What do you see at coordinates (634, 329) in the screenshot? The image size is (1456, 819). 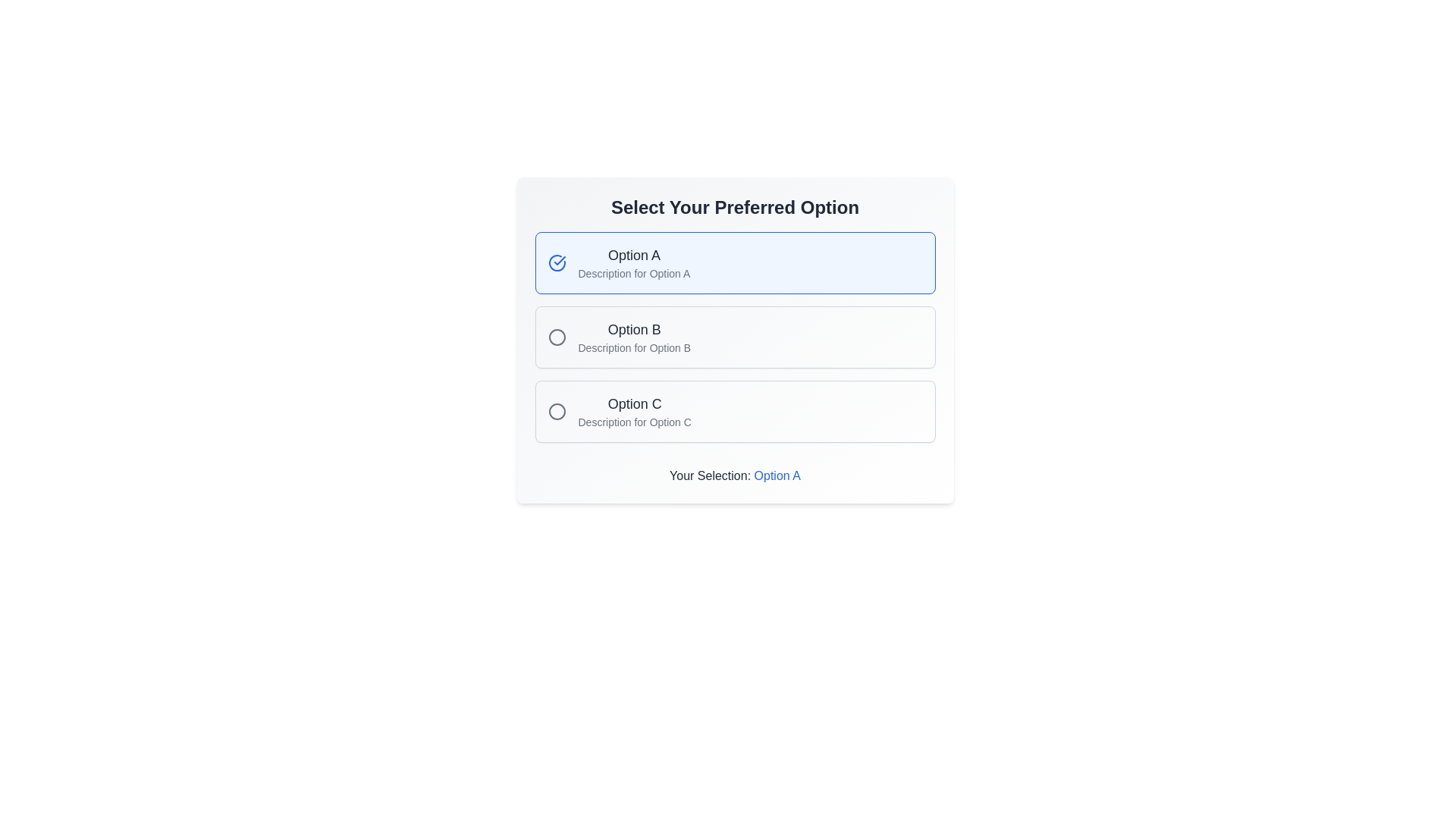 I see `the radio button associated with the 'Option B' label located in the second row under 'Select Your Preferred Option'` at bounding box center [634, 329].